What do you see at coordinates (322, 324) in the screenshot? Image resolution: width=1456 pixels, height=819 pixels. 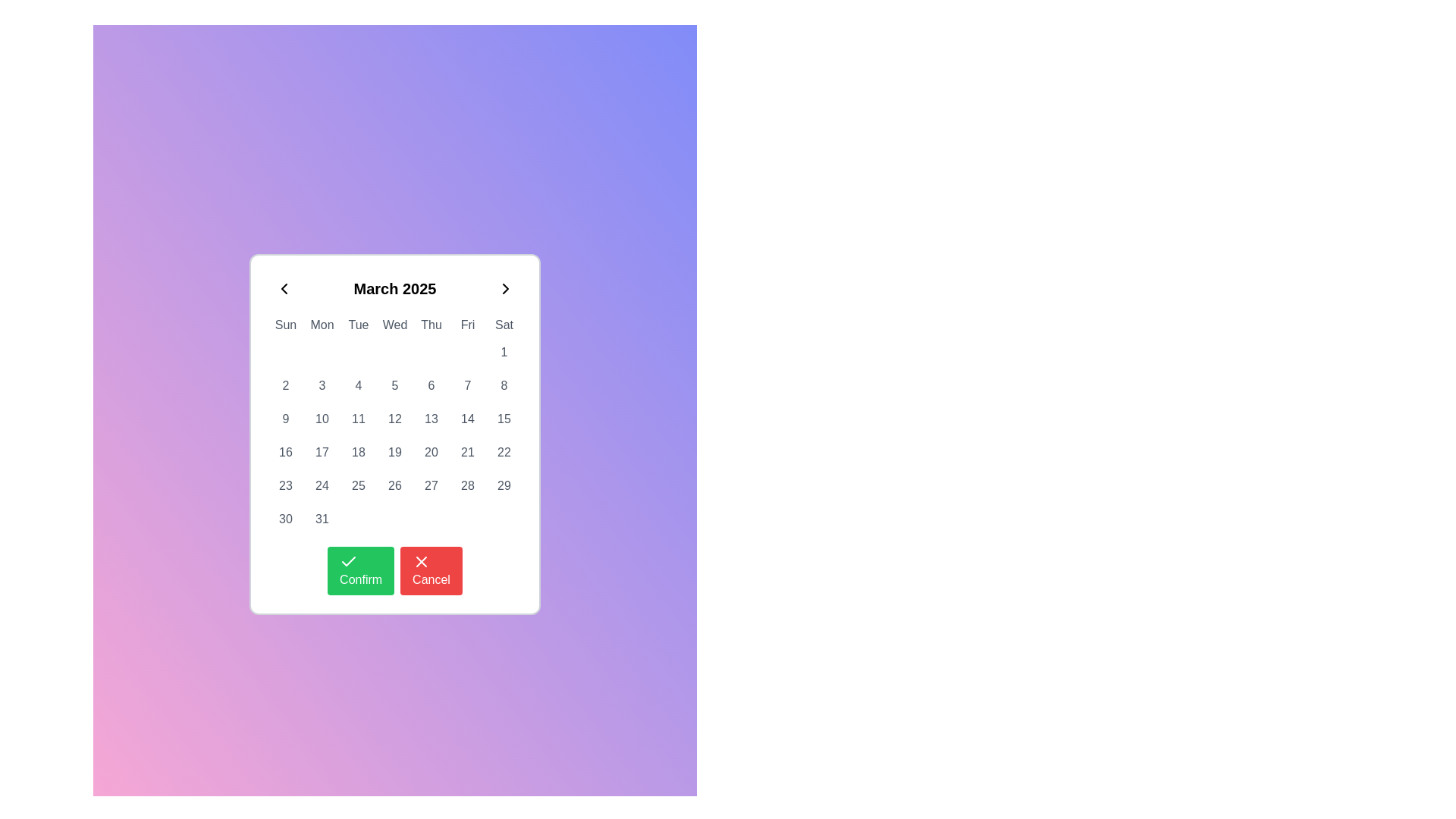 I see `the text label 'Mon', which is the second item in a row of days of the week in a calendar interface` at bounding box center [322, 324].